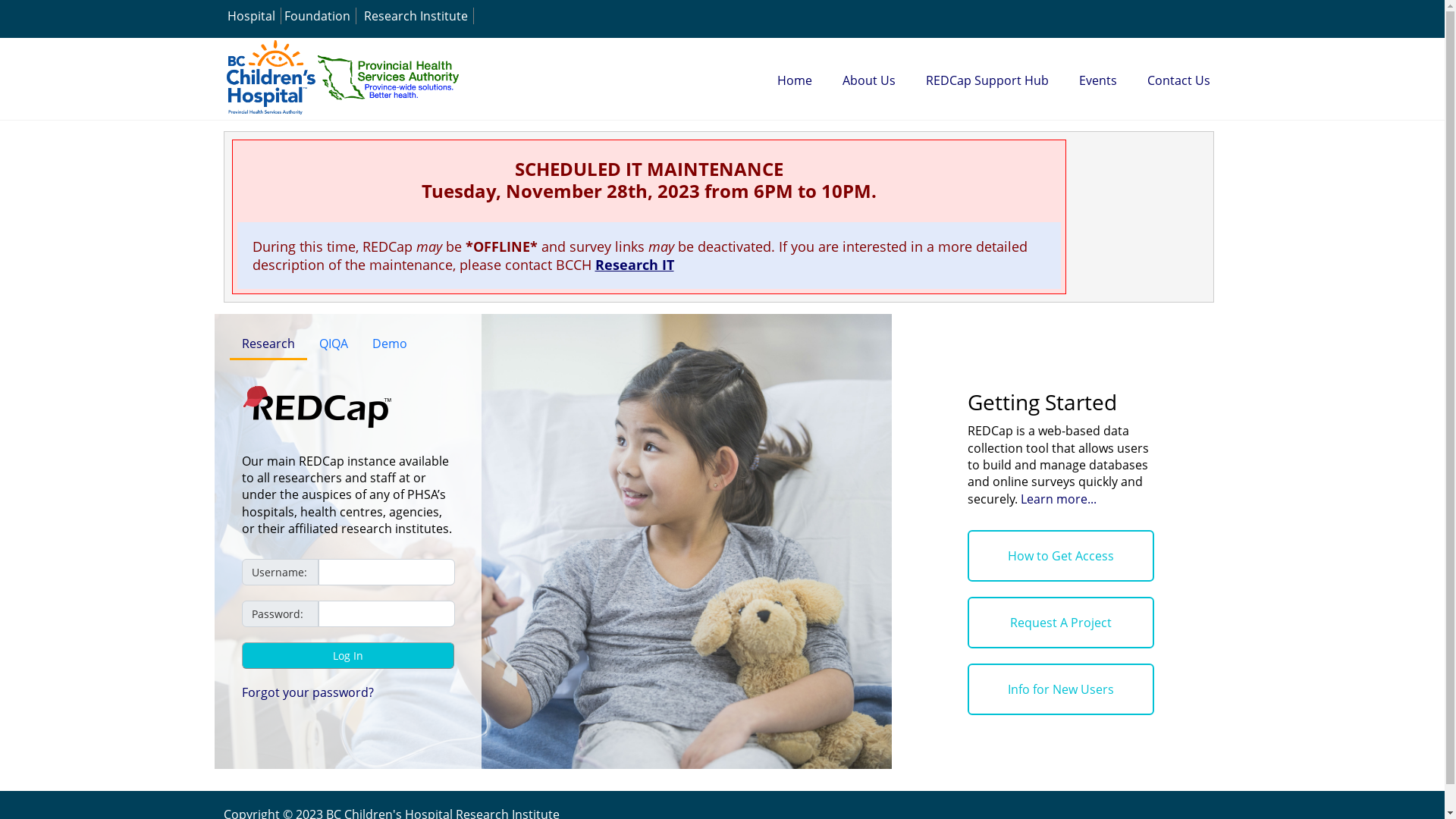 The height and width of the screenshot is (819, 1456). I want to click on 'Research', so click(268, 344).